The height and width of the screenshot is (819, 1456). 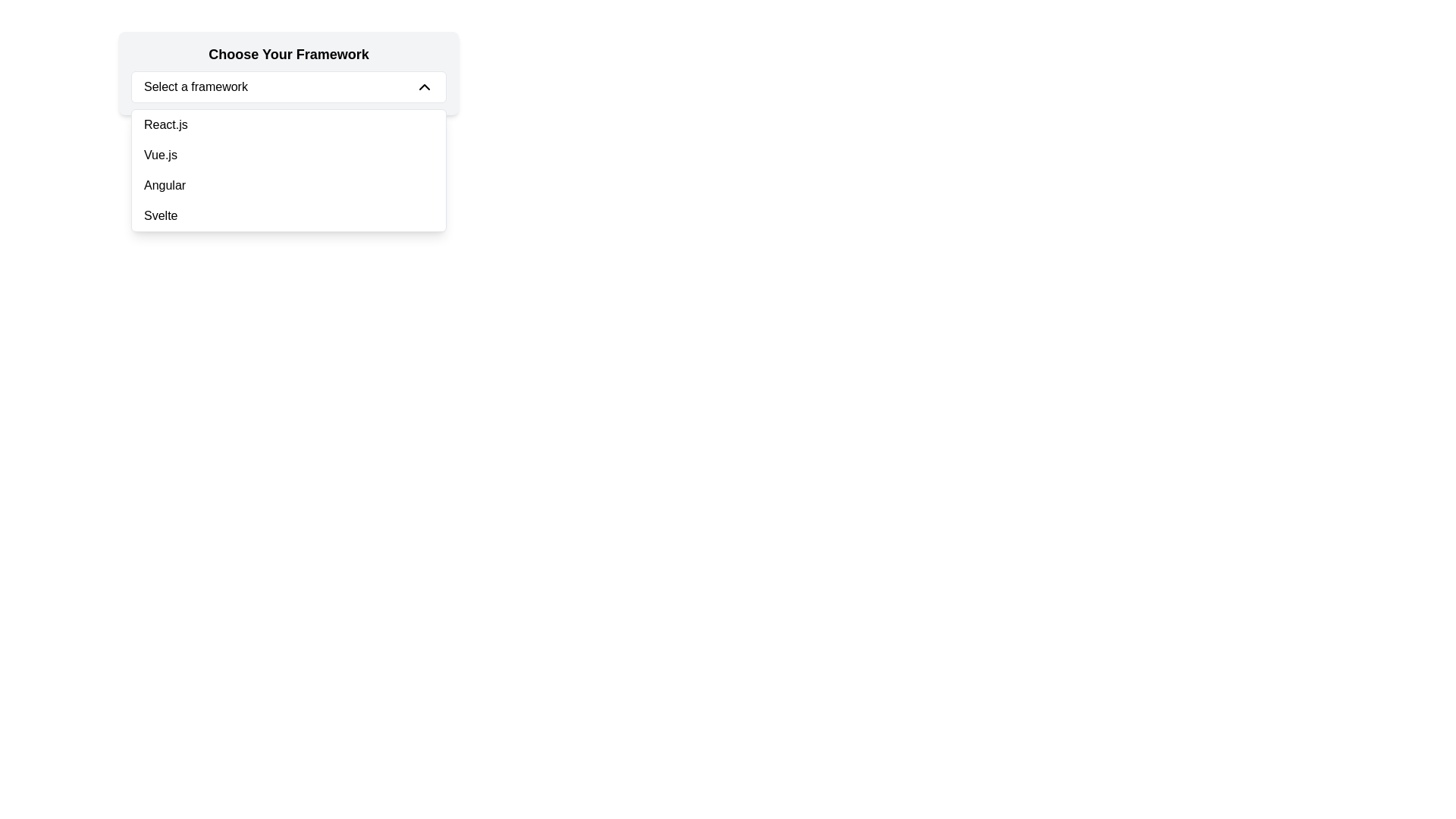 What do you see at coordinates (288, 216) in the screenshot?
I see `the 'Svelte' item in the dropdown menu` at bounding box center [288, 216].